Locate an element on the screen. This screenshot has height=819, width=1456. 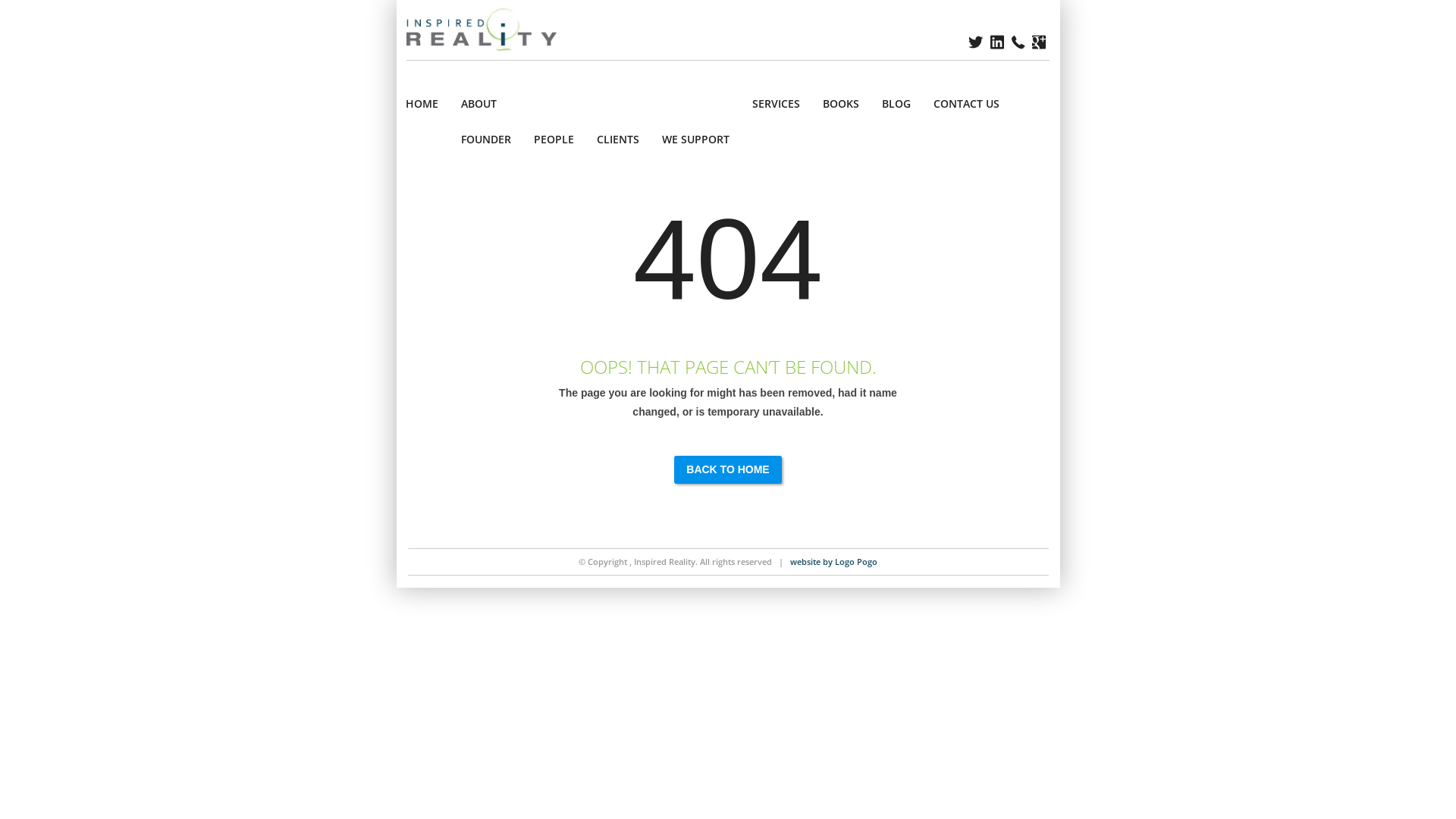
'GOOGLE+' is located at coordinates (1037, 42).